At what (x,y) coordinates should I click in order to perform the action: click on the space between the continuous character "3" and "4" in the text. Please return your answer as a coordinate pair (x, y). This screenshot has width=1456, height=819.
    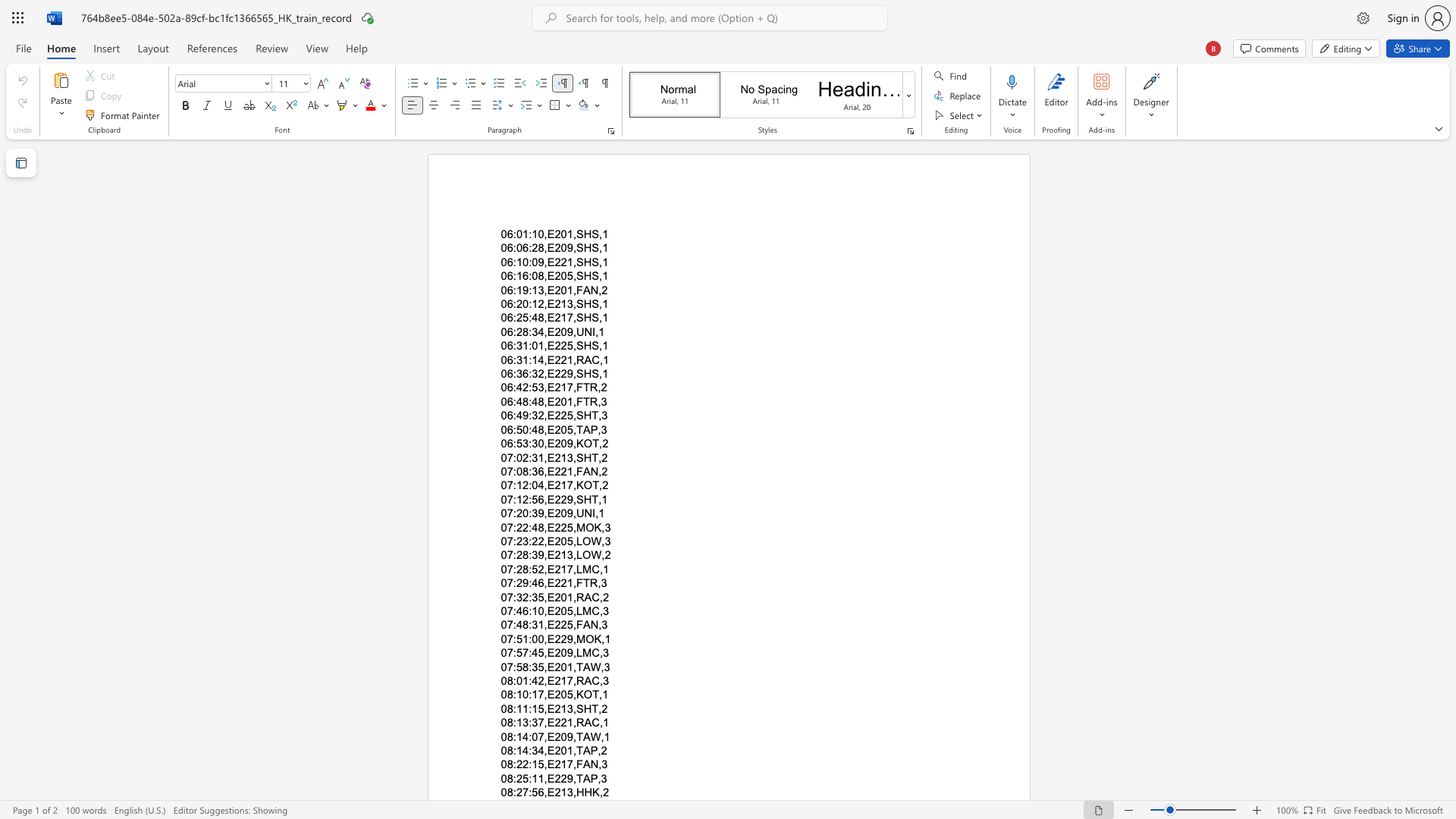
    Looking at the image, I should click on (538, 331).